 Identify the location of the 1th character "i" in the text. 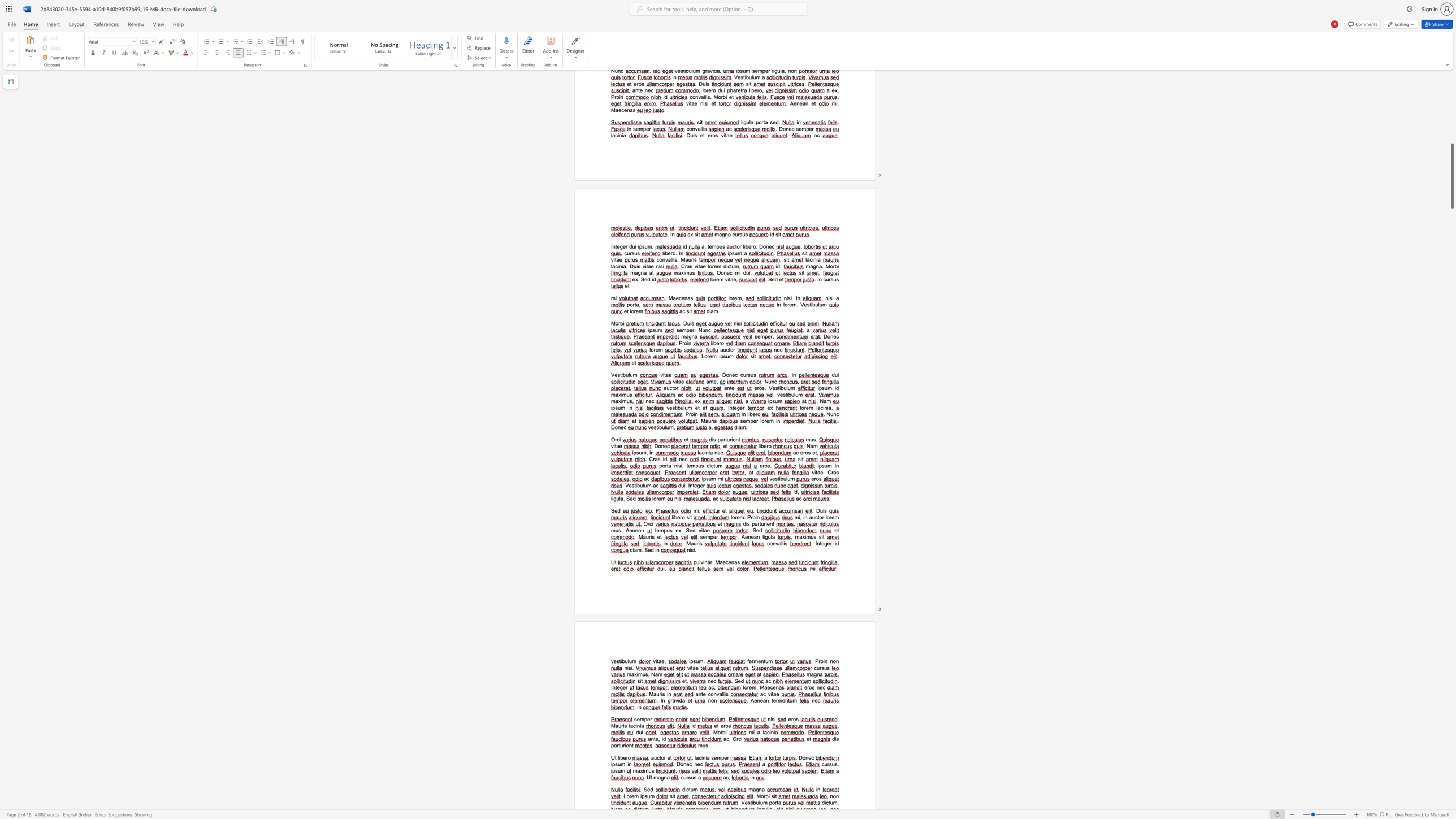
(678, 700).